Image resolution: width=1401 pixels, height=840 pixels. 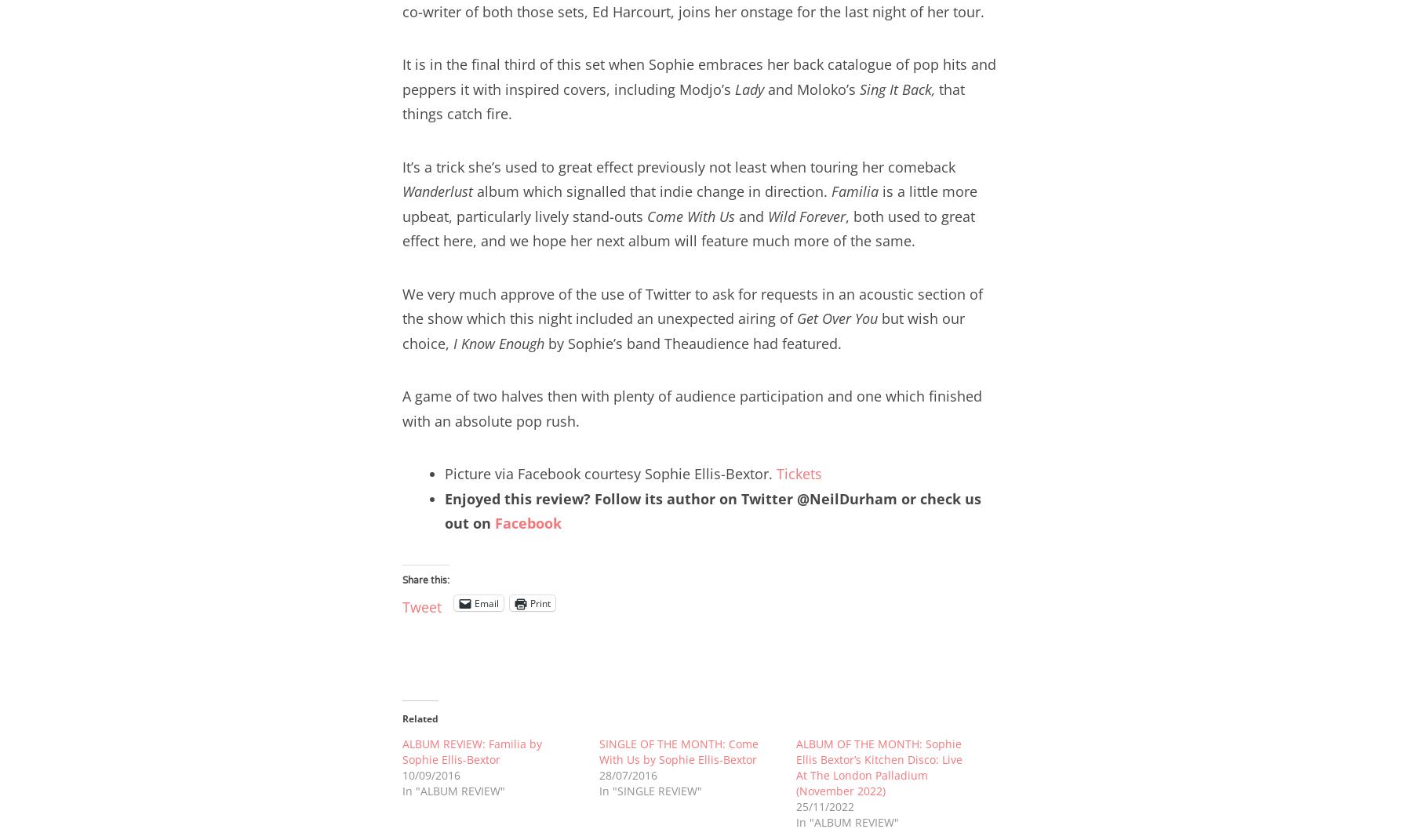 What do you see at coordinates (898, 88) in the screenshot?
I see `'Sing It Back,'` at bounding box center [898, 88].